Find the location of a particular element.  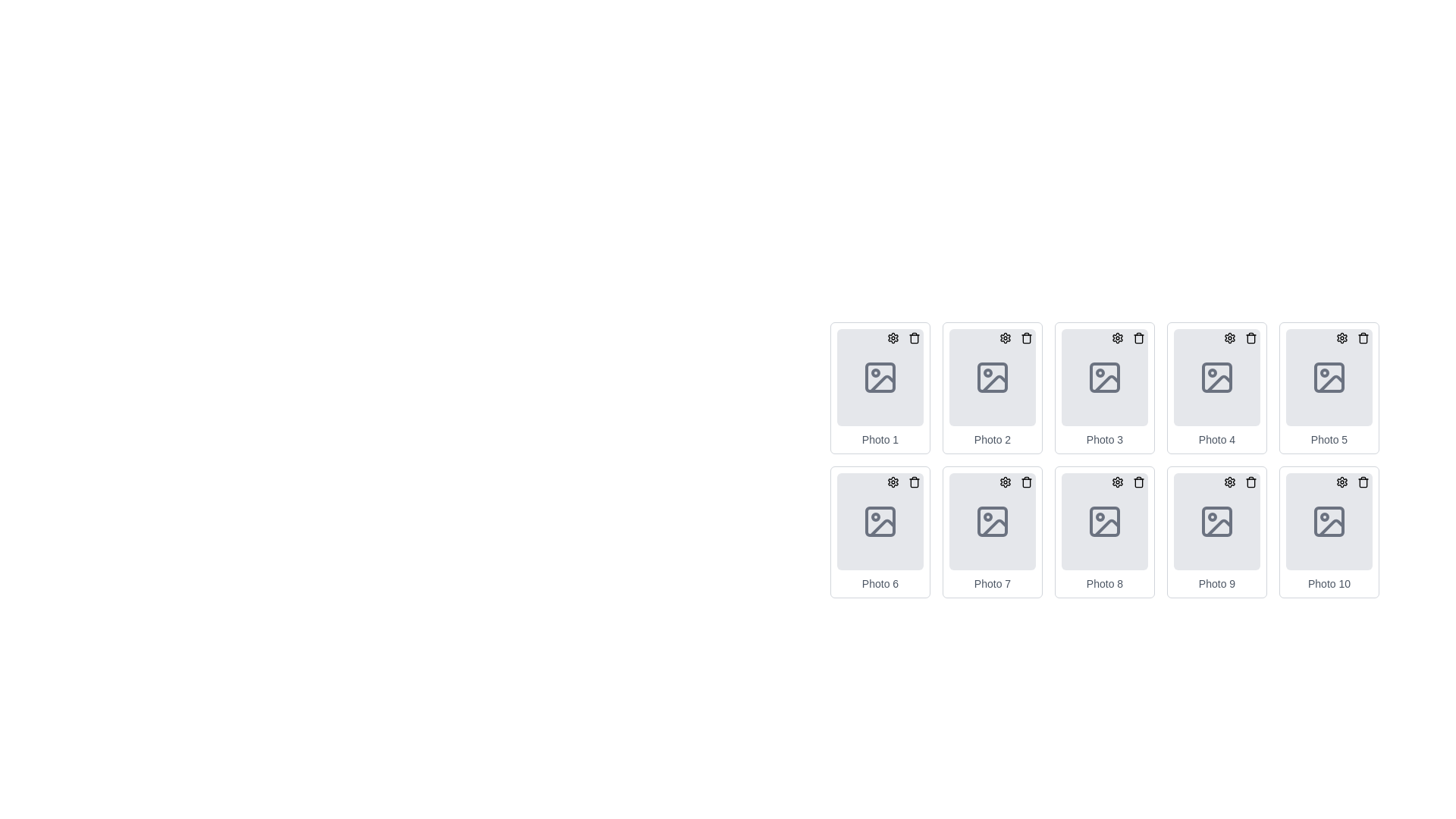

the small circular button with a gear icon located in the top-right corner of the third image card is located at coordinates (1117, 337).